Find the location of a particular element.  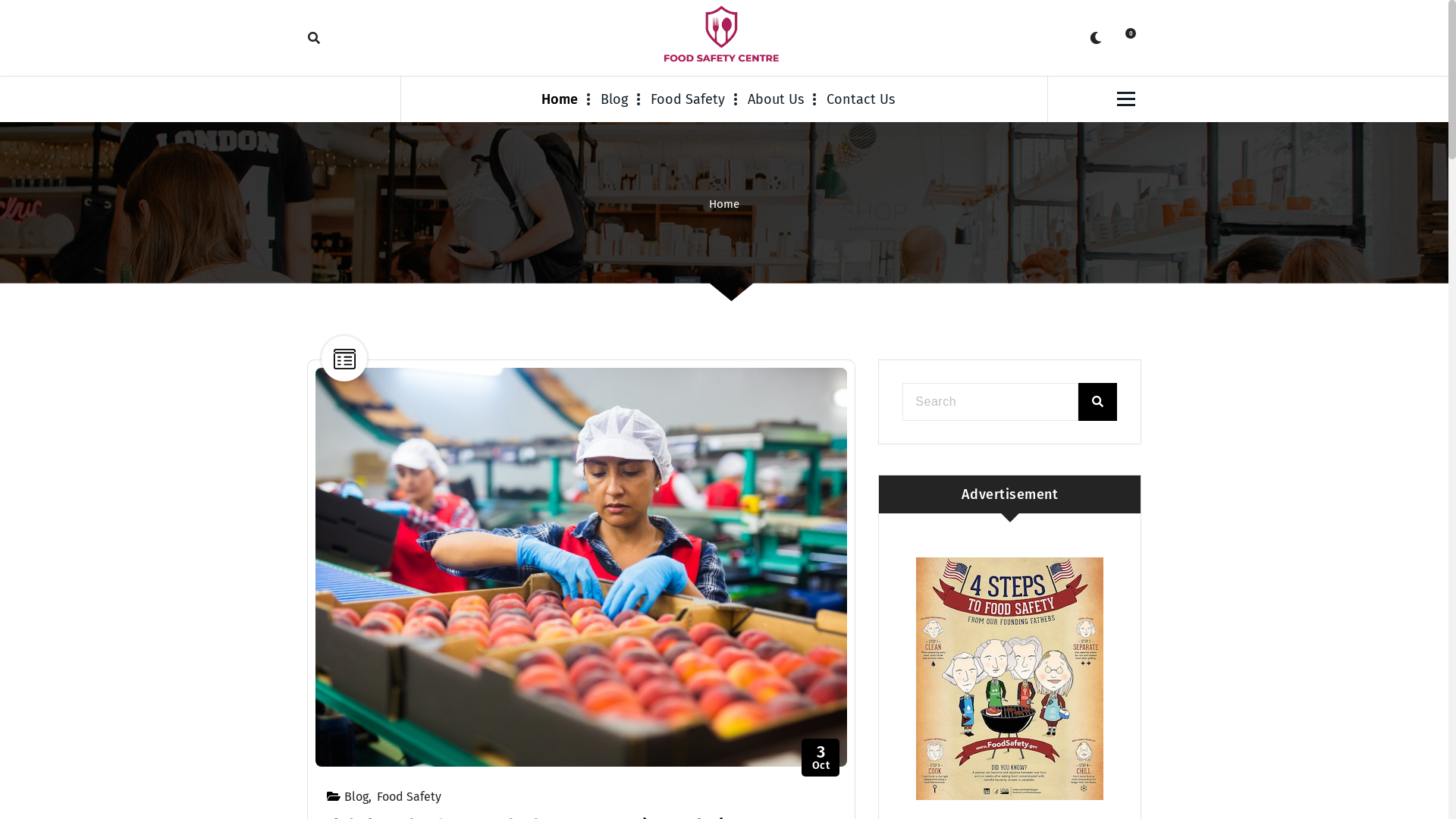

'About Us' is located at coordinates (775, 99).